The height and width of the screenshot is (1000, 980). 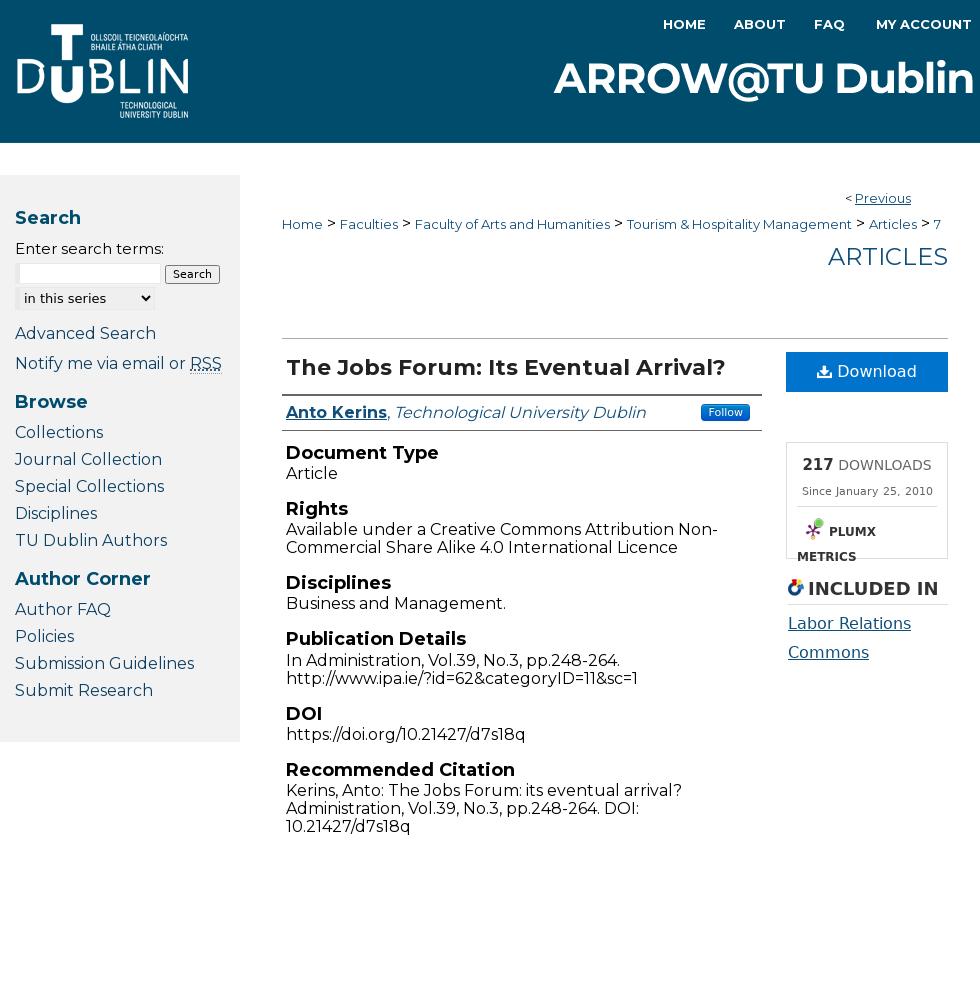 I want to click on 'Submit Research', so click(x=83, y=688).